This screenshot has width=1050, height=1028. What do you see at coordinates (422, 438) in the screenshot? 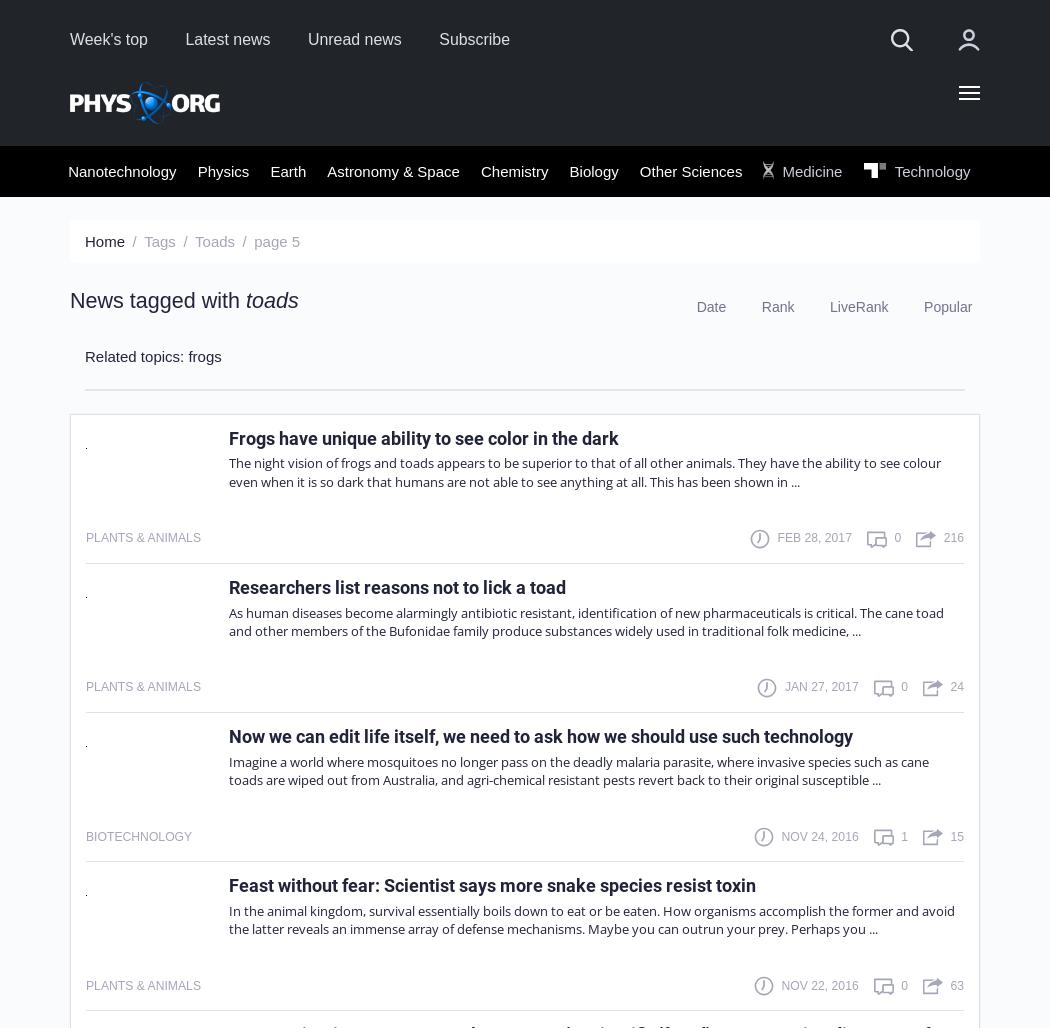
I see `'Frogs have unique ability to see color in the dark'` at bounding box center [422, 438].